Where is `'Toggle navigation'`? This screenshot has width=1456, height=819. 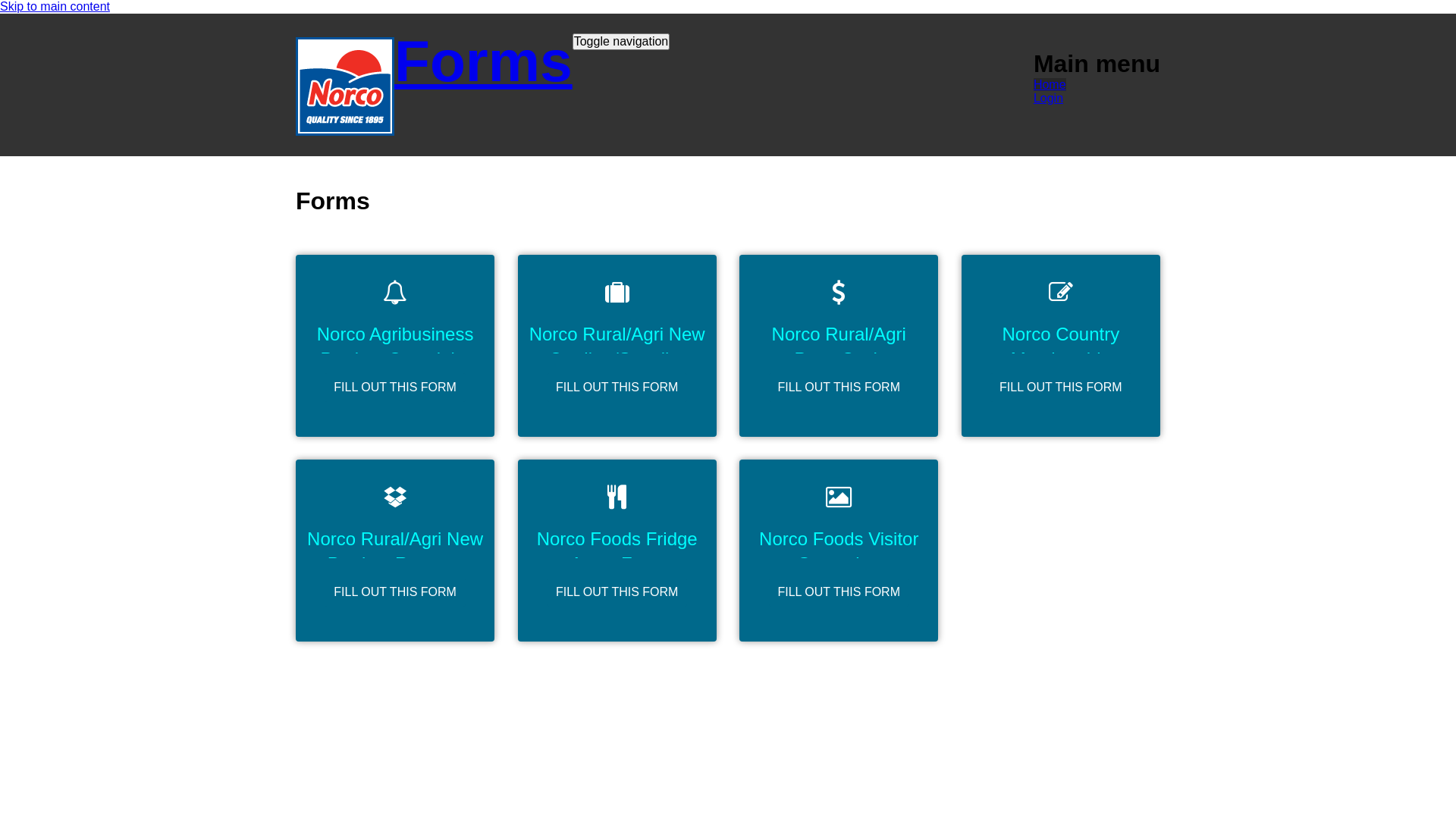
'Toggle navigation' is located at coordinates (621, 40).